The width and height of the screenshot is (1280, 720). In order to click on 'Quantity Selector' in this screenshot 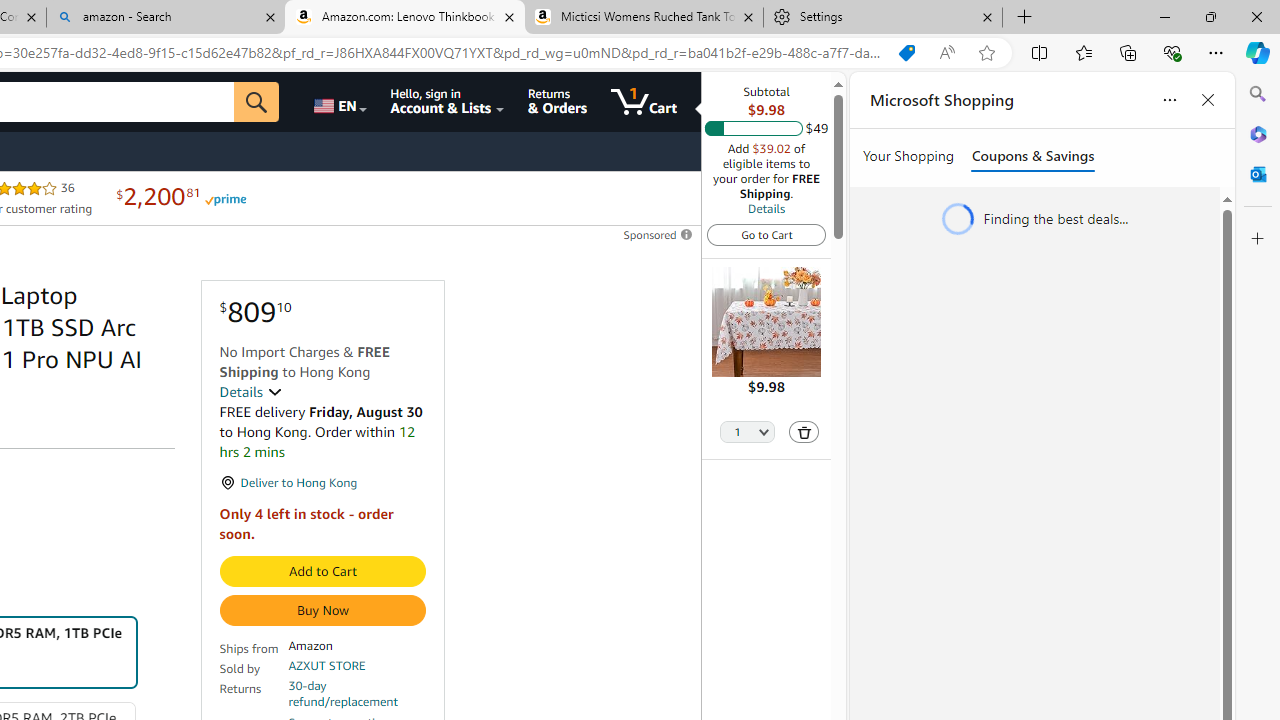, I will do `click(746, 432)`.